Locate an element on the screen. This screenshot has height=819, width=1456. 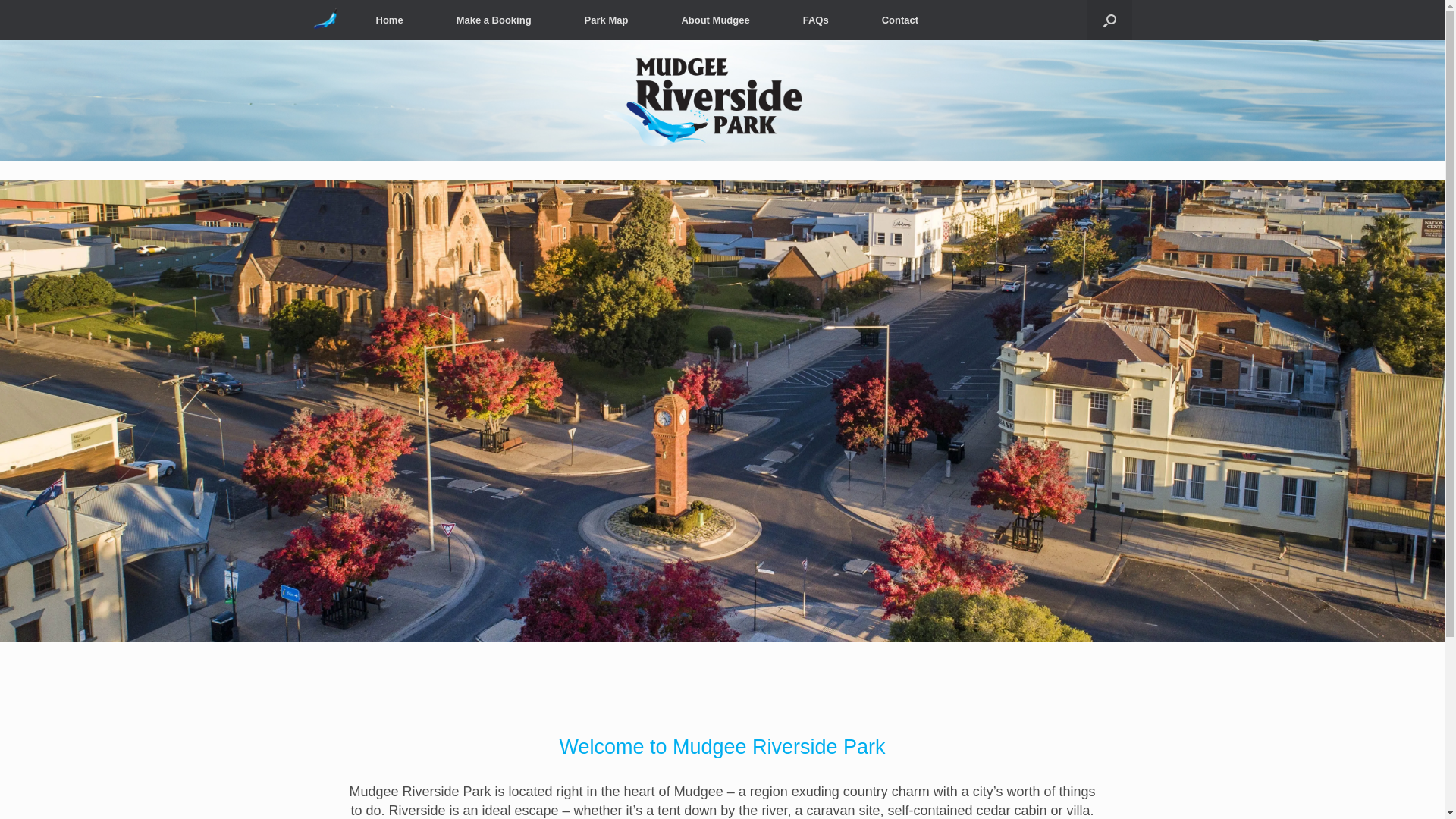
'Park Map' is located at coordinates (607, 20).